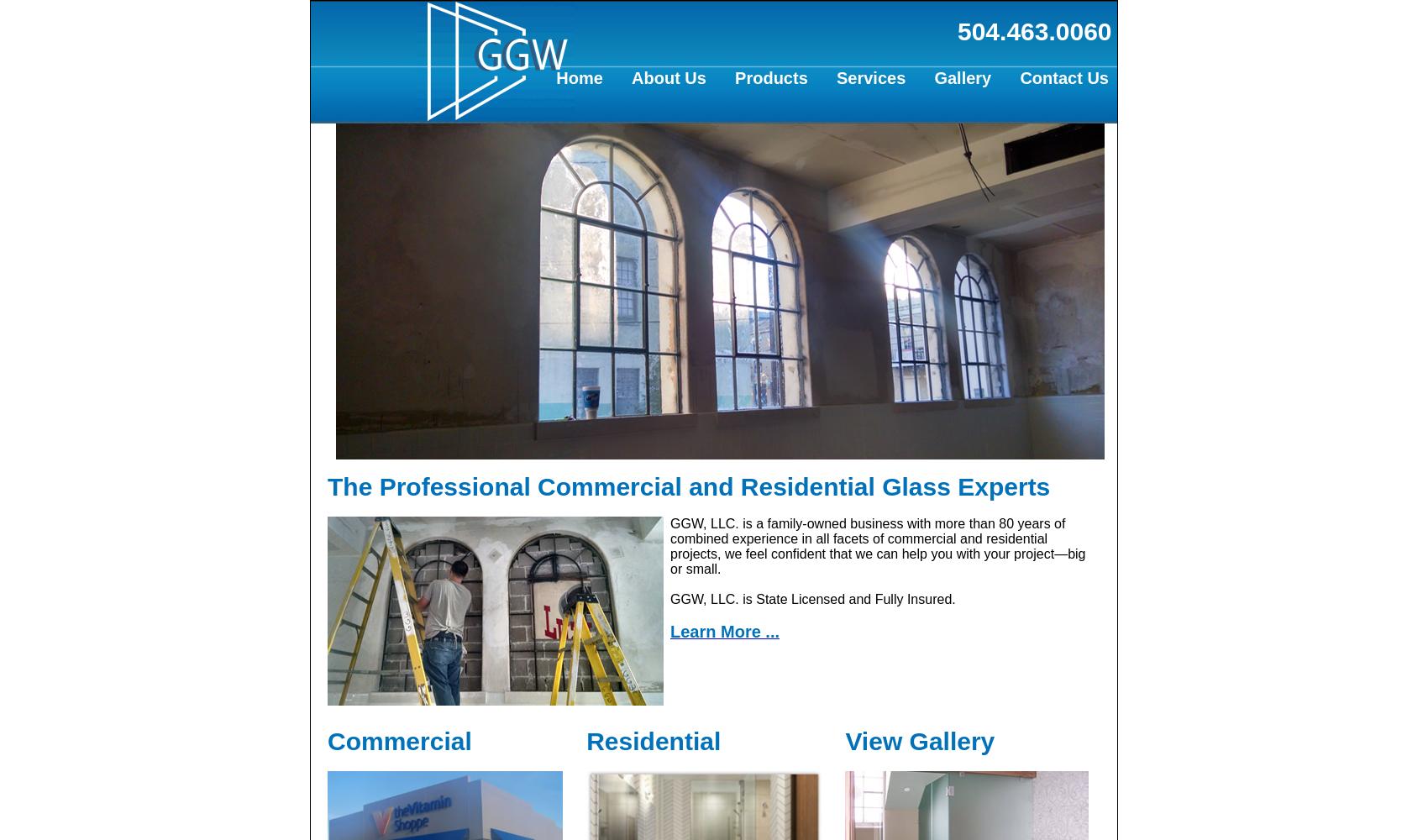 This screenshot has height=840, width=1428. What do you see at coordinates (1063, 77) in the screenshot?
I see `'Contact Us'` at bounding box center [1063, 77].